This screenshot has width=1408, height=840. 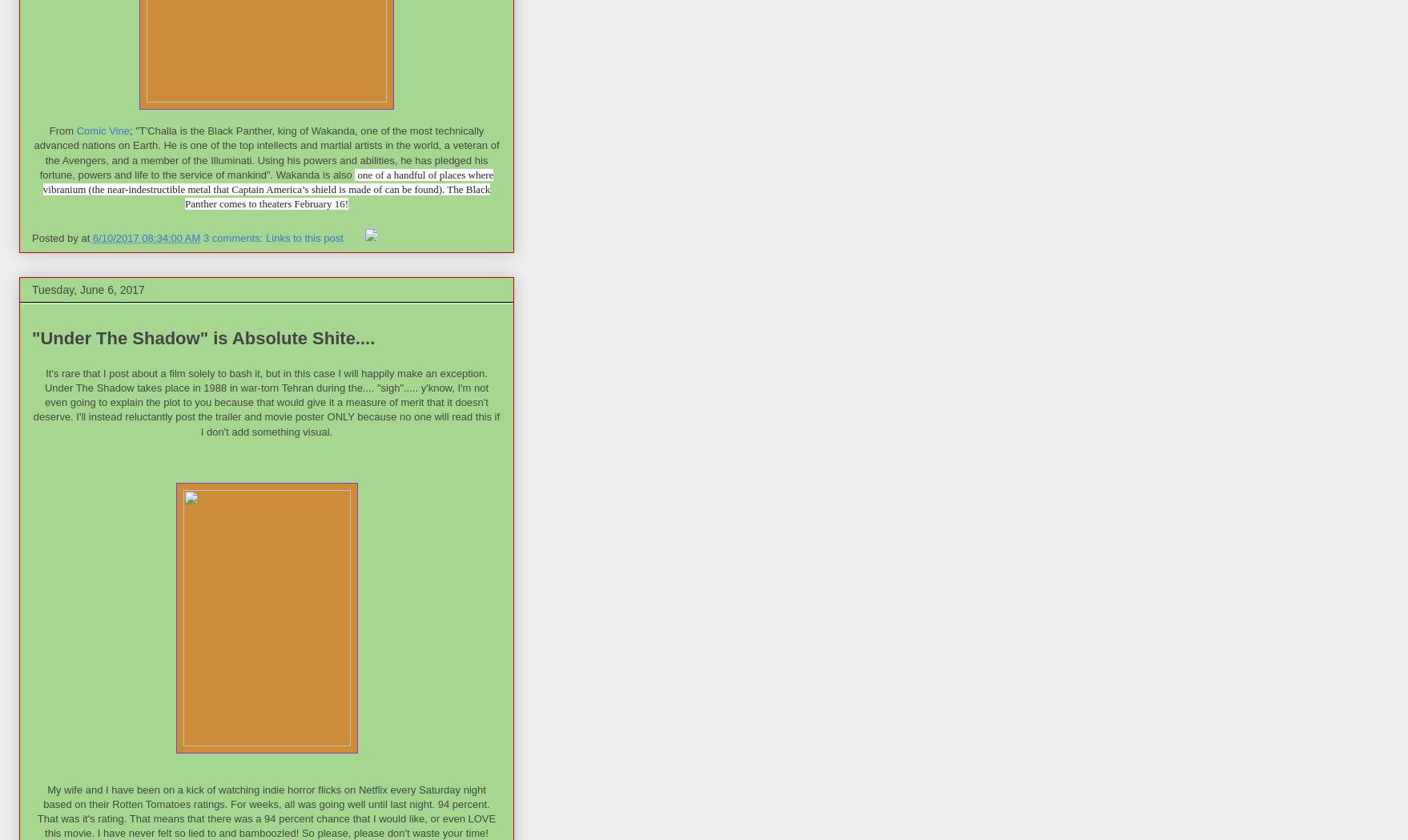 What do you see at coordinates (266, 401) in the screenshot?
I see `'It's rare that I post about a film solely to bash it, but in this case I will happily make an exception. Under The Shadow takes place in 1988 in war-torn Tehran during the.... "sigh"..... y'know, I'm not even going to explain the plot to you because that would give it a measure of merit that it doesn't deserve. I'll instead reluctantly post the trailer and movie poster ONLY because no one will read this if I don't add something visual.'` at bounding box center [266, 401].